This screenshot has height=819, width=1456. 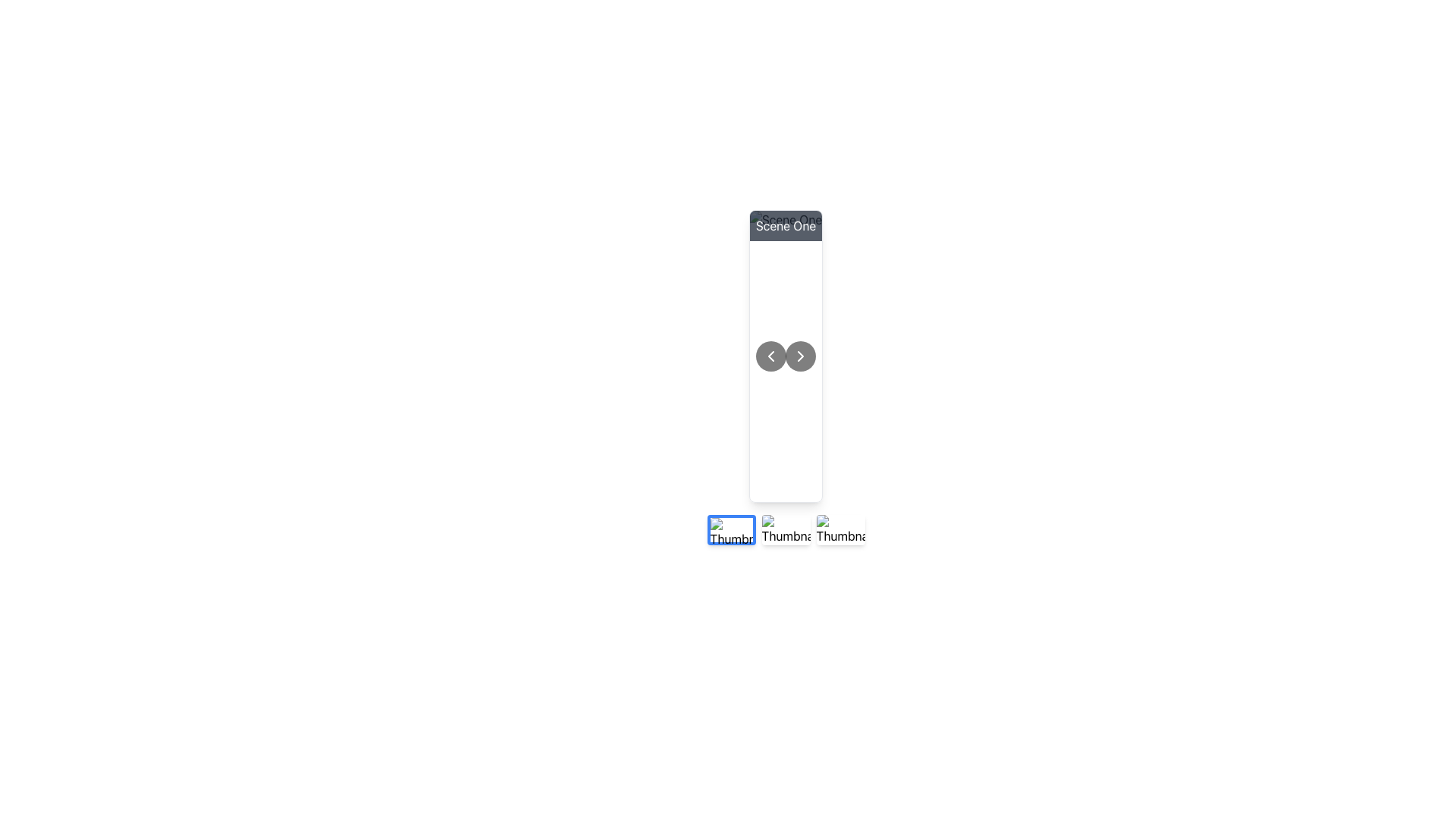 What do you see at coordinates (786, 529) in the screenshot?
I see `the interactive thumbnail in the group of three thumbnails under 'Scene One'` at bounding box center [786, 529].